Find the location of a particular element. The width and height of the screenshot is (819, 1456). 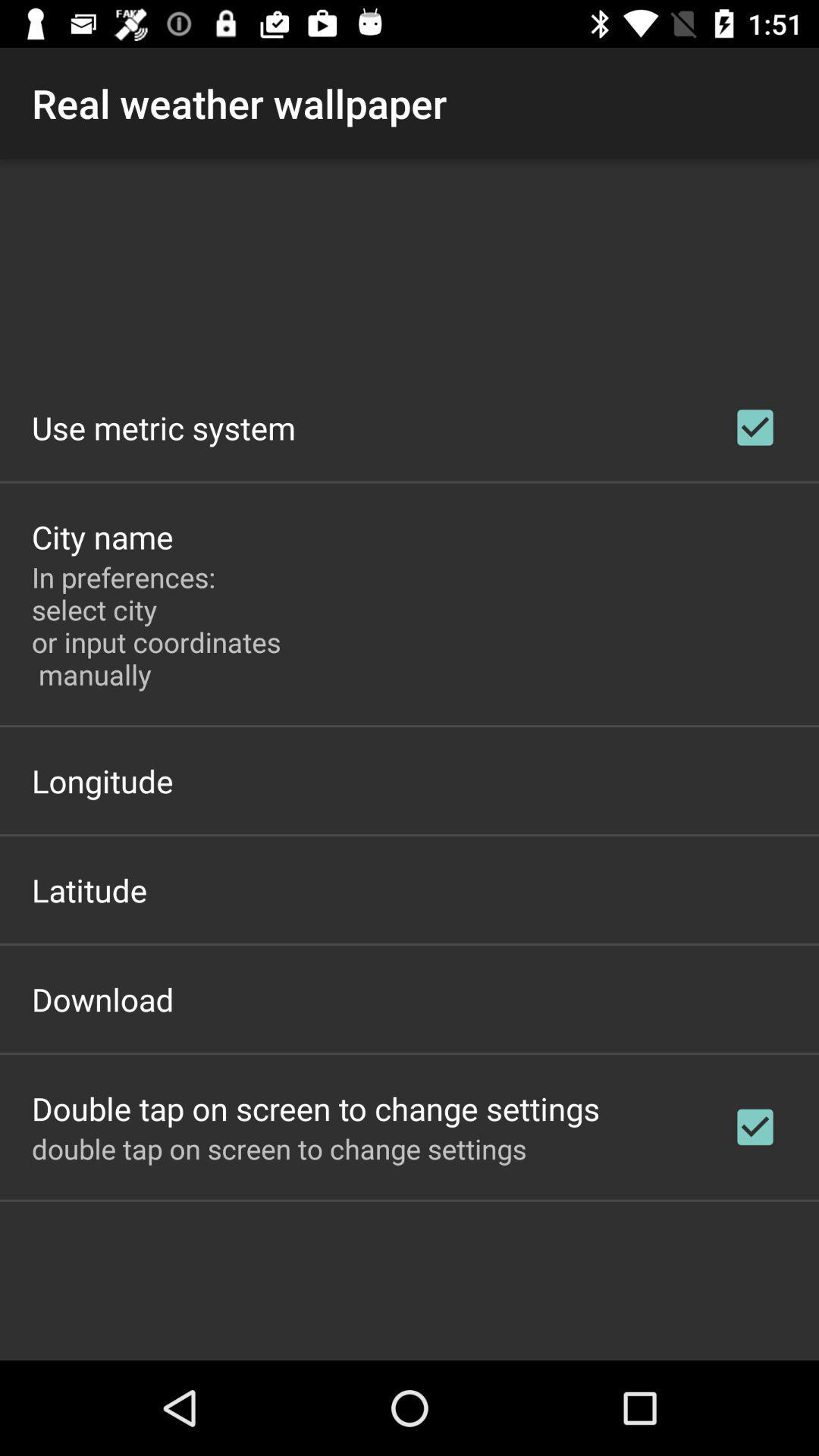

the app above the double tap on item is located at coordinates (102, 999).